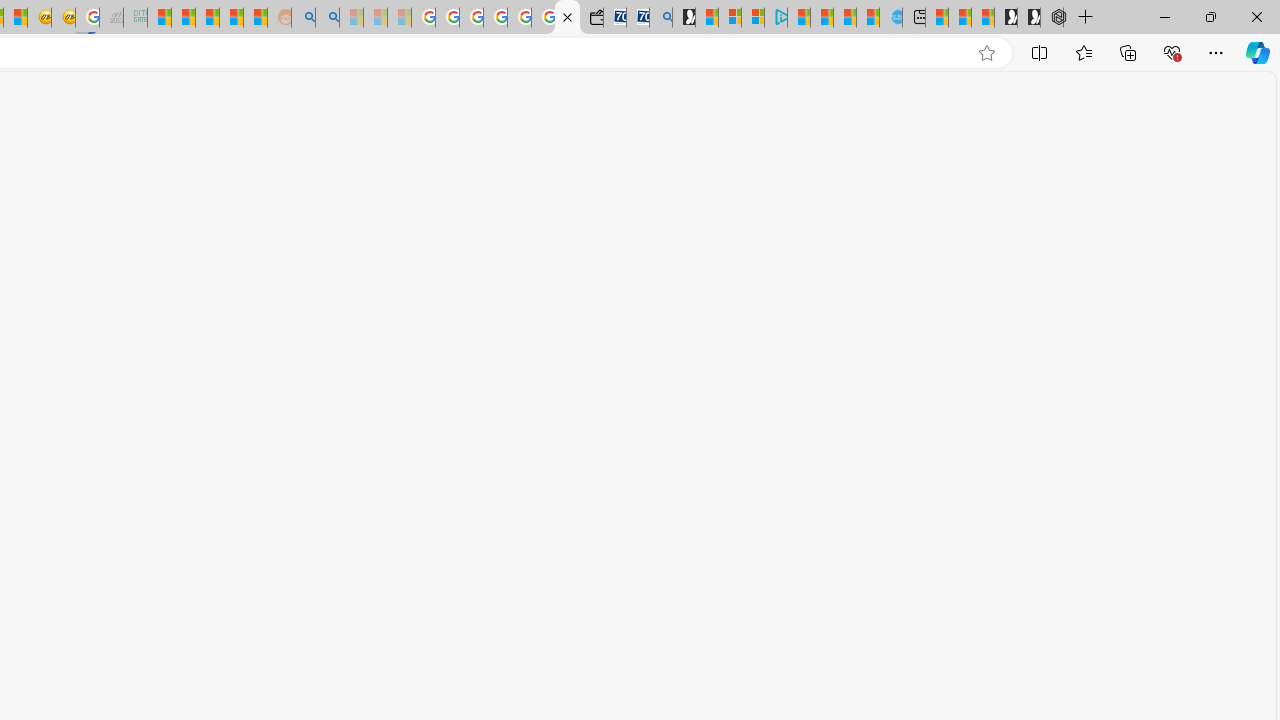 The image size is (1280, 720). What do you see at coordinates (637, 17) in the screenshot?
I see `'Cheap Car Rentals - Save70.com'` at bounding box center [637, 17].